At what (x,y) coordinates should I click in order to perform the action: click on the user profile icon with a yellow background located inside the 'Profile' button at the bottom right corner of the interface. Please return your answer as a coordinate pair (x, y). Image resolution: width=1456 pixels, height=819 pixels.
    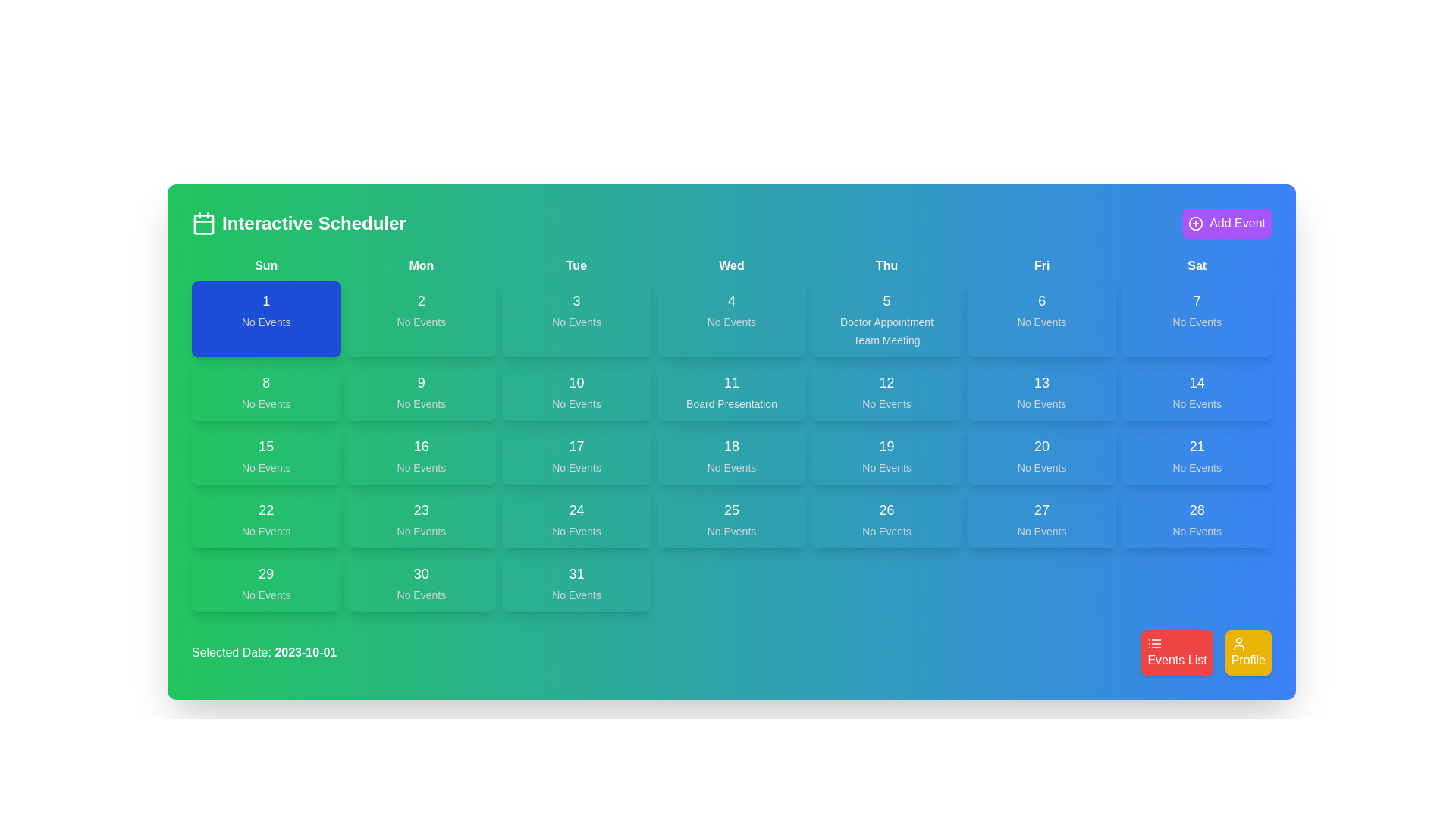
    Looking at the image, I should click on (1238, 643).